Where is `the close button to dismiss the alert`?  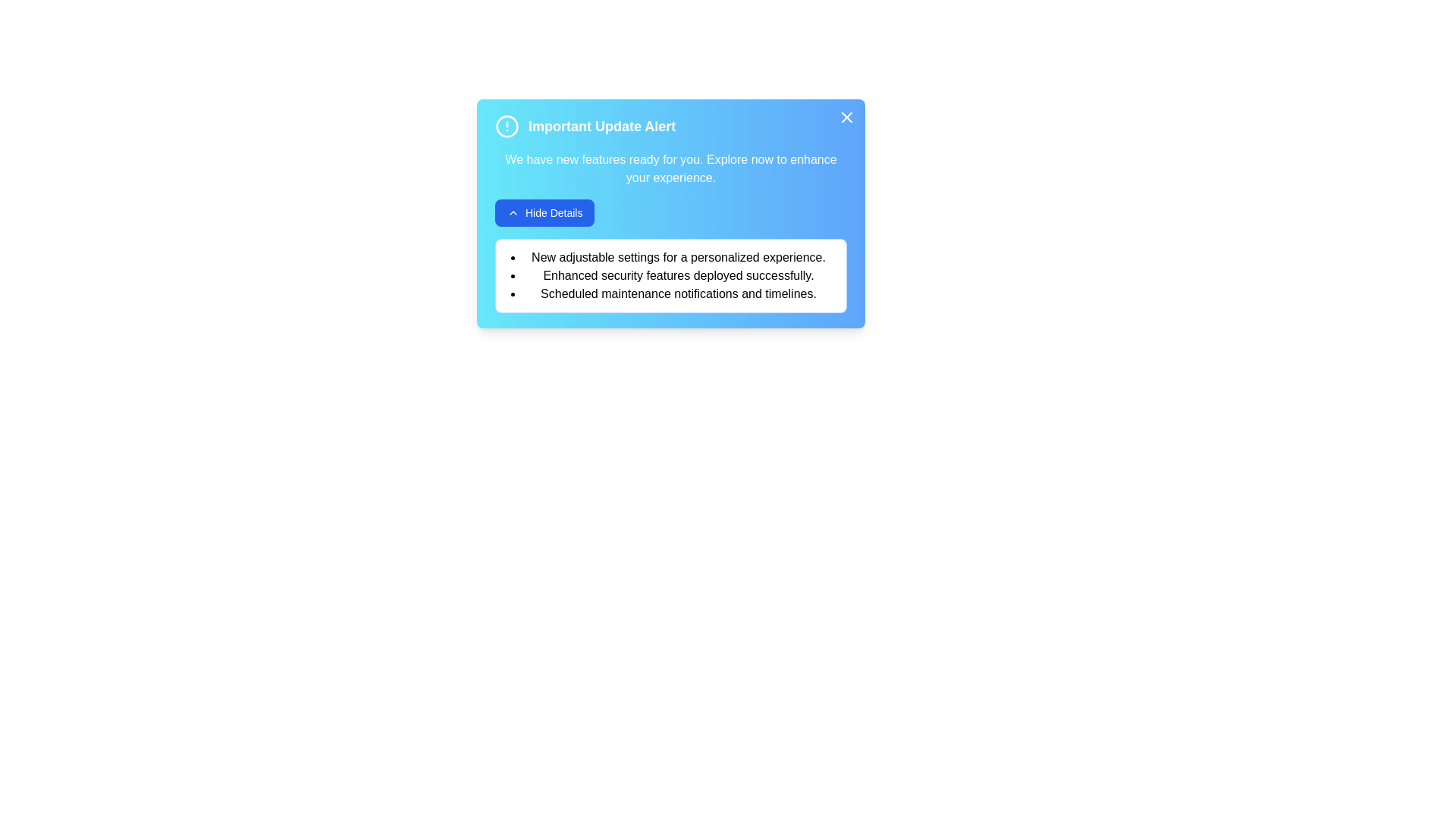 the close button to dismiss the alert is located at coordinates (846, 116).